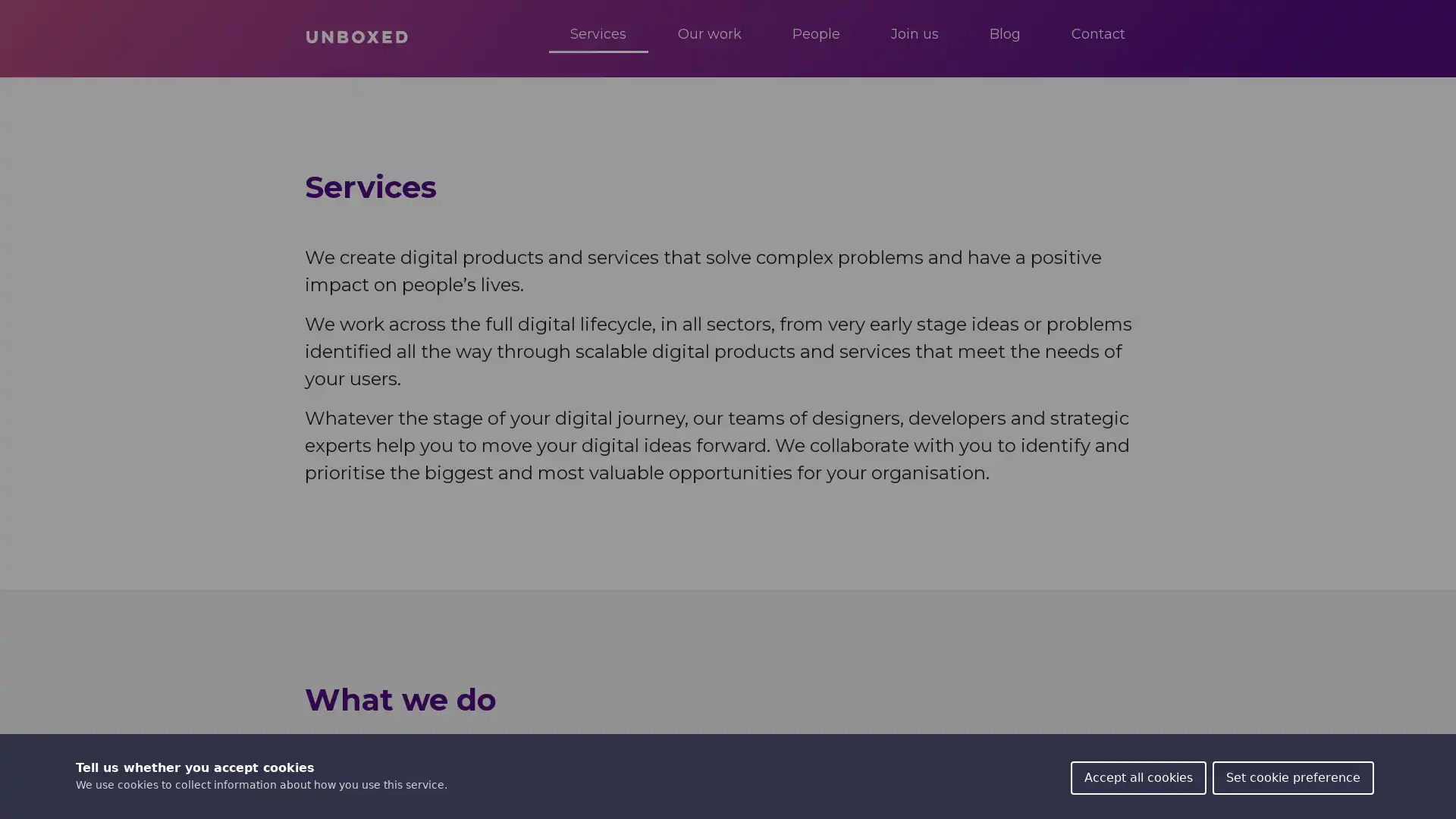  I want to click on Accept all cookies, so click(1138, 778).